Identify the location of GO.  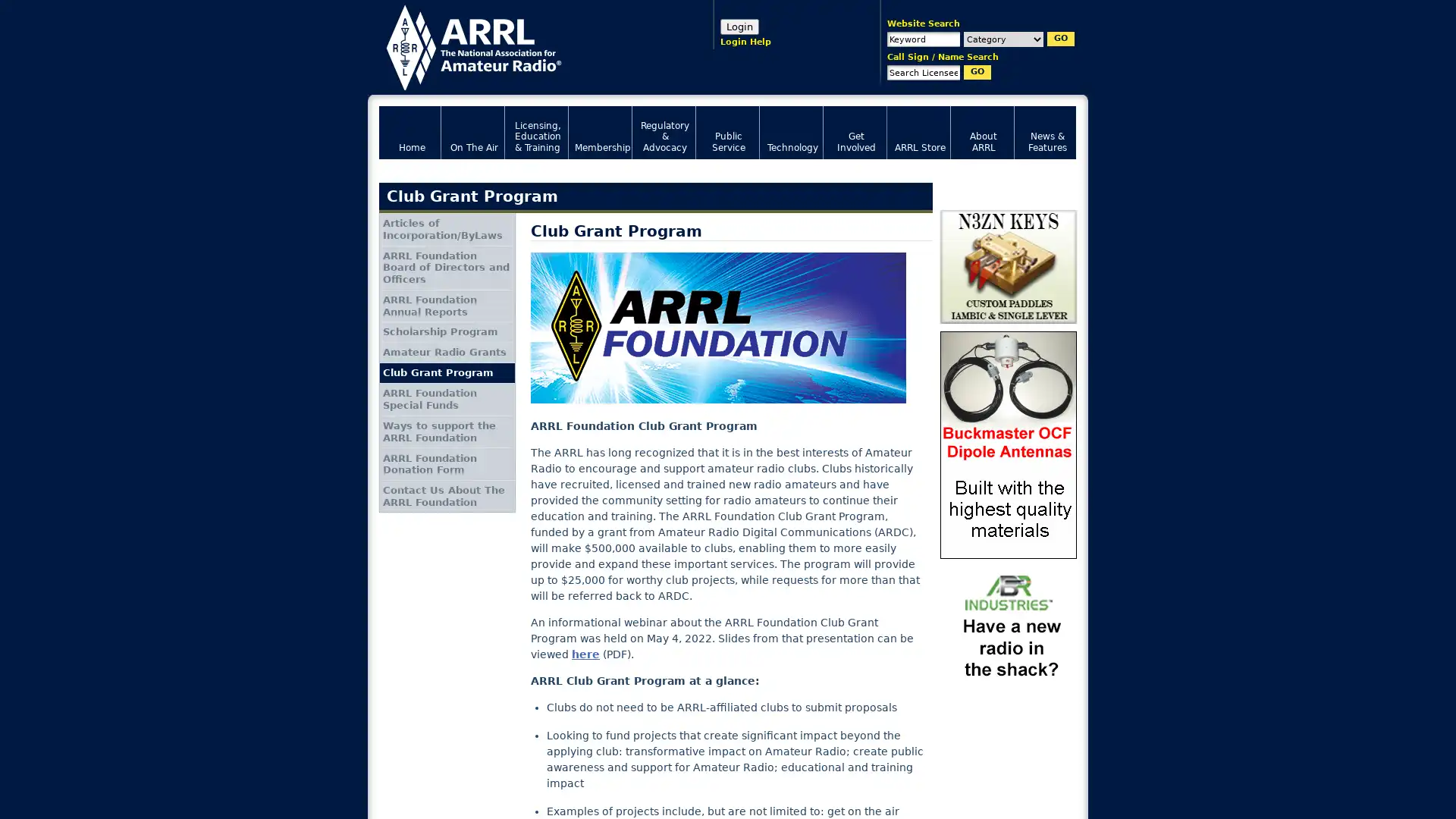
(977, 72).